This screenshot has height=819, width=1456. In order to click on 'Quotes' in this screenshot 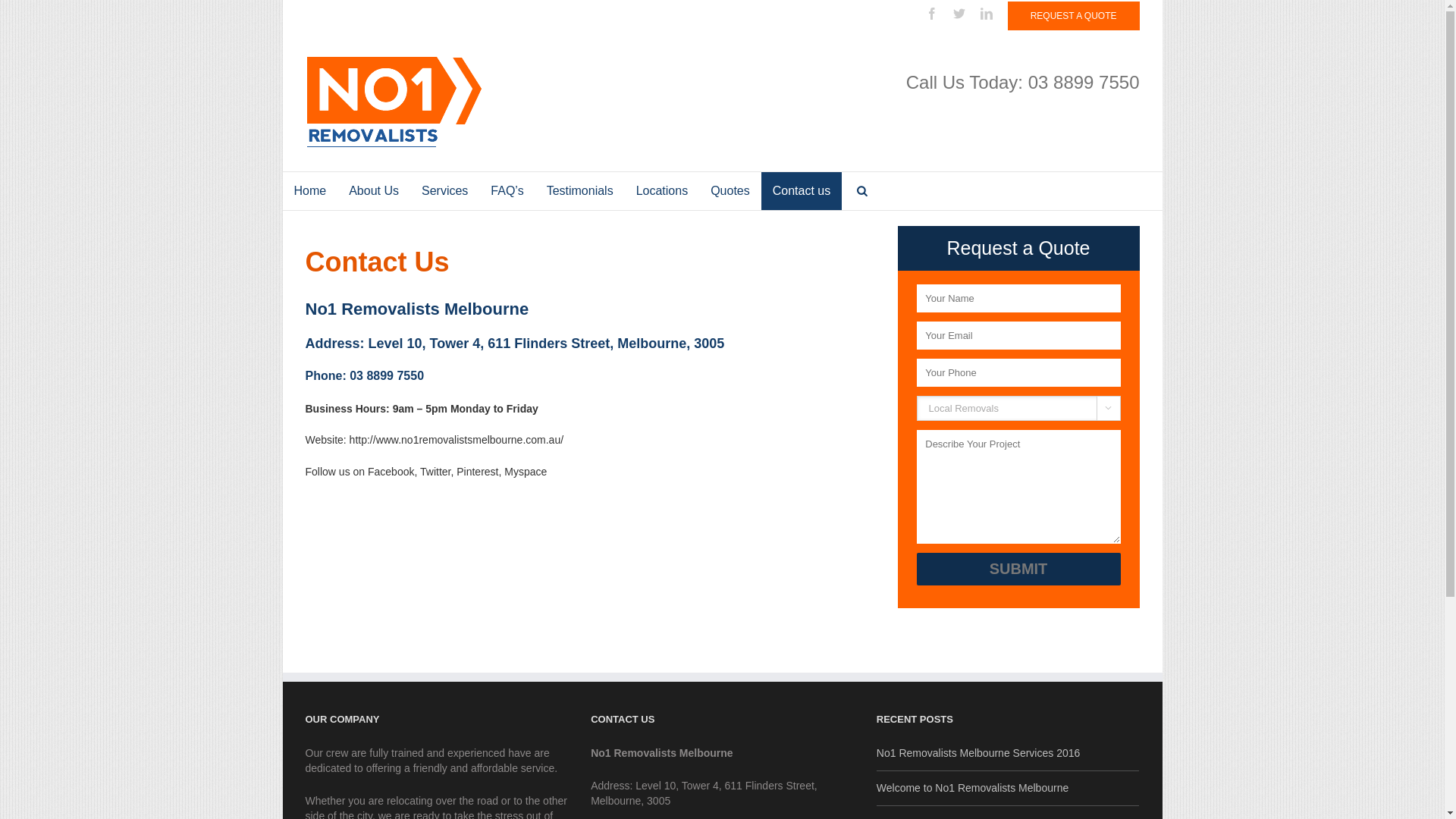, I will do `click(730, 190)`.